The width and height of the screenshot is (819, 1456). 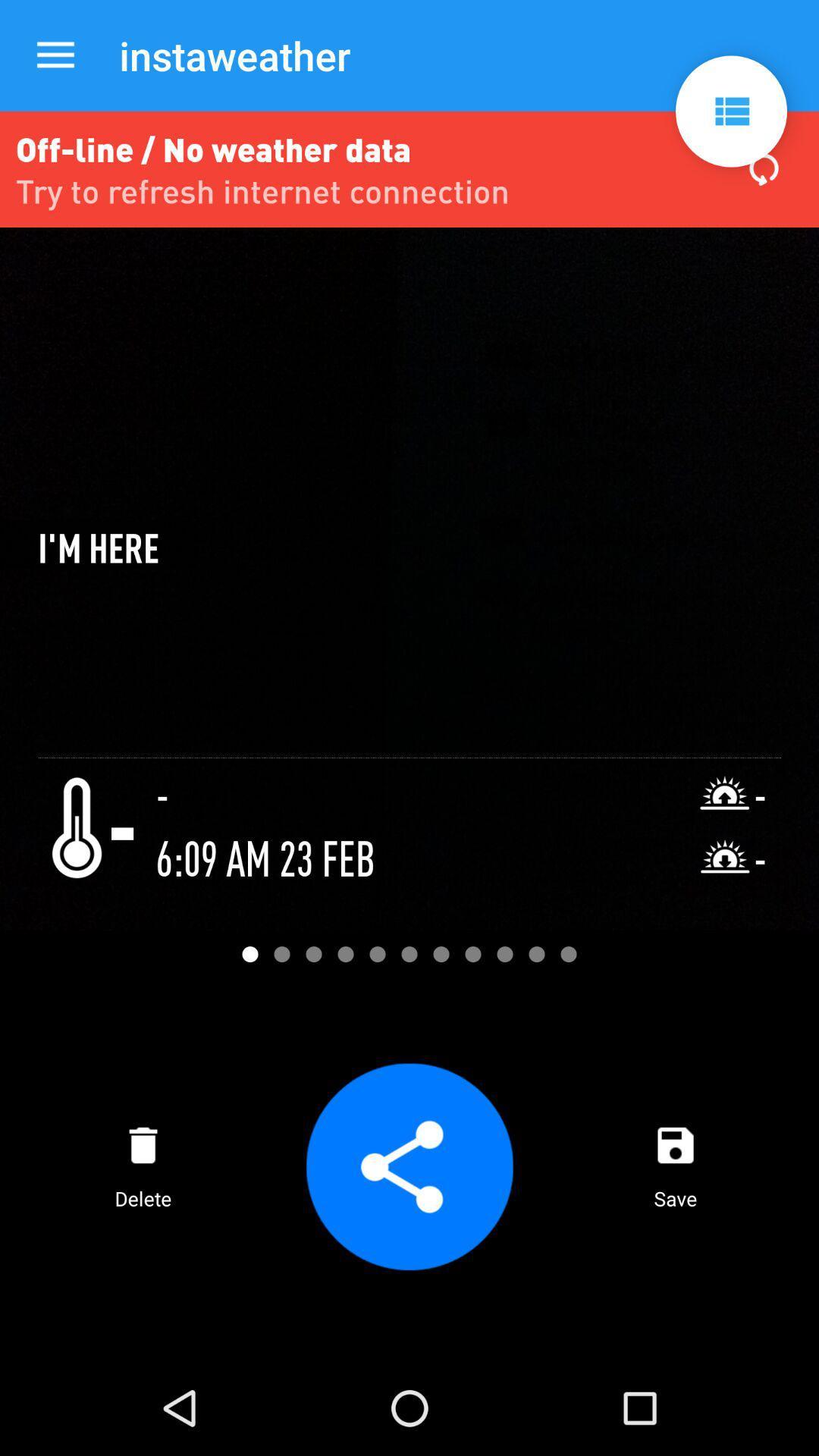 I want to click on app to the right of the instaweather item, so click(x=730, y=111).